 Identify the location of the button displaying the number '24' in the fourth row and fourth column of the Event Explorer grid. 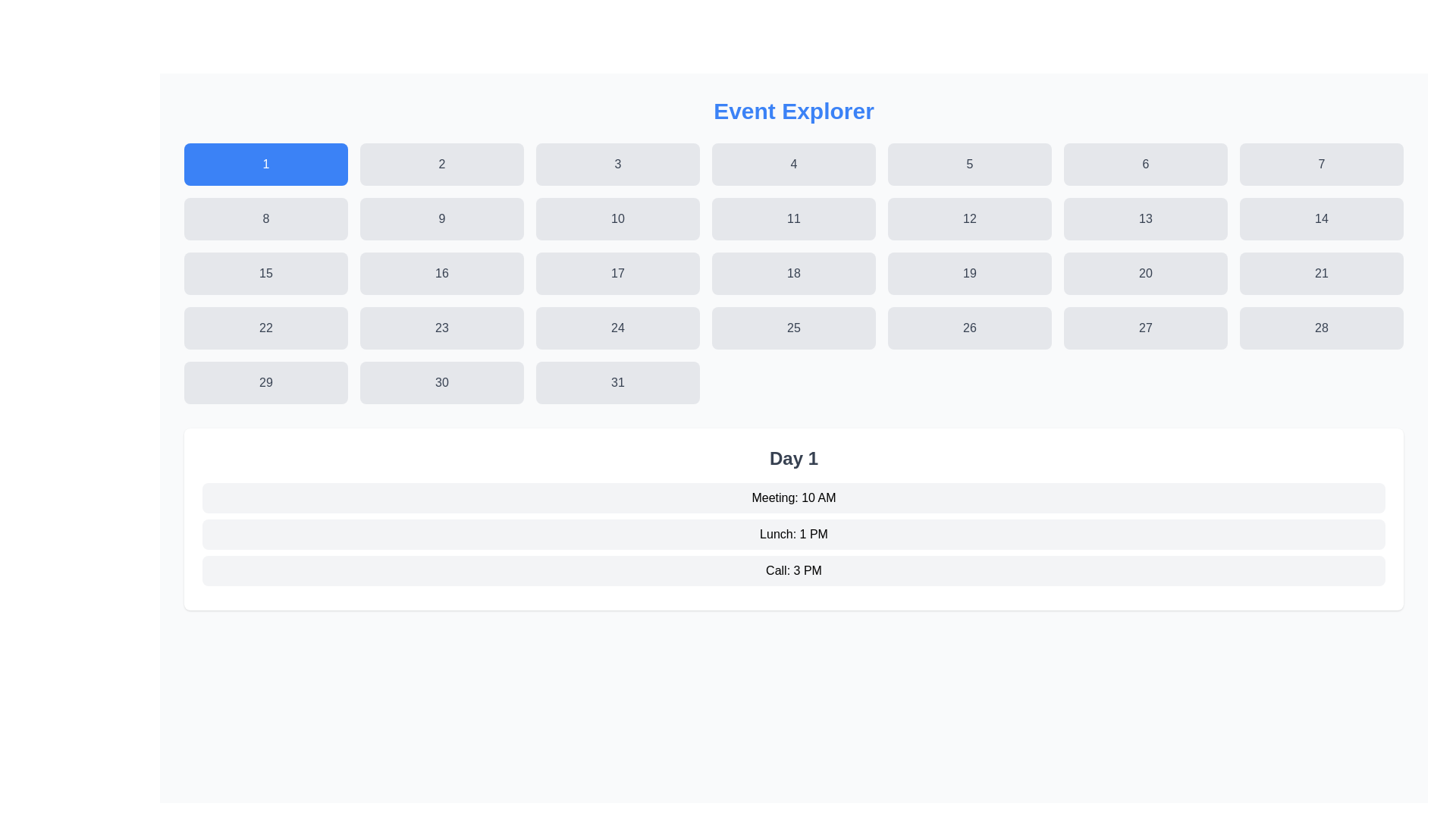
(618, 327).